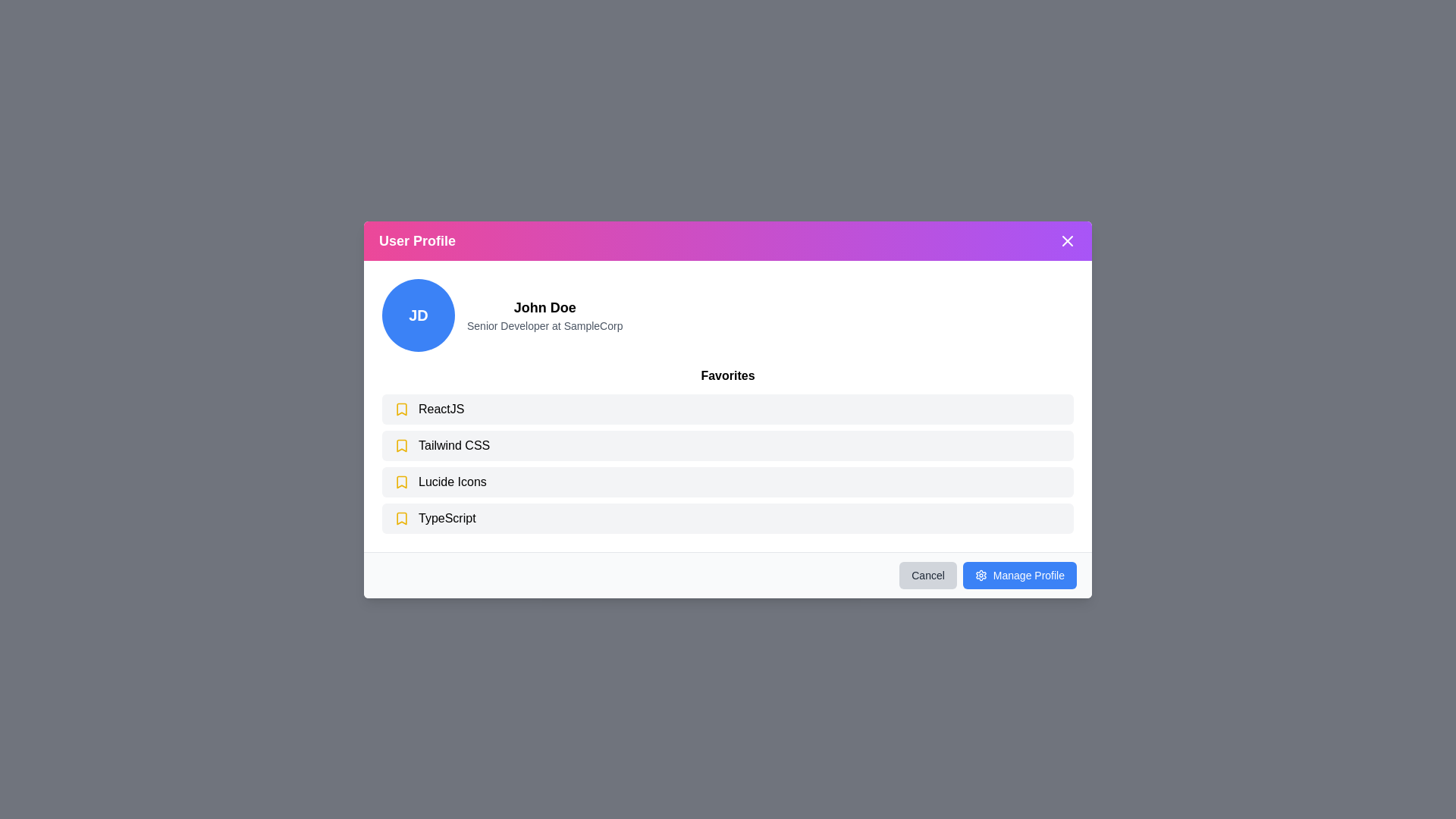 The height and width of the screenshot is (819, 1456). What do you see at coordinates (544, 314) in the screenshot?
I see `the Text Display element in the user profile section that shows 'John Doe' and 'Senior Developer at SampleCorp'` at bounding box center [544, 314].